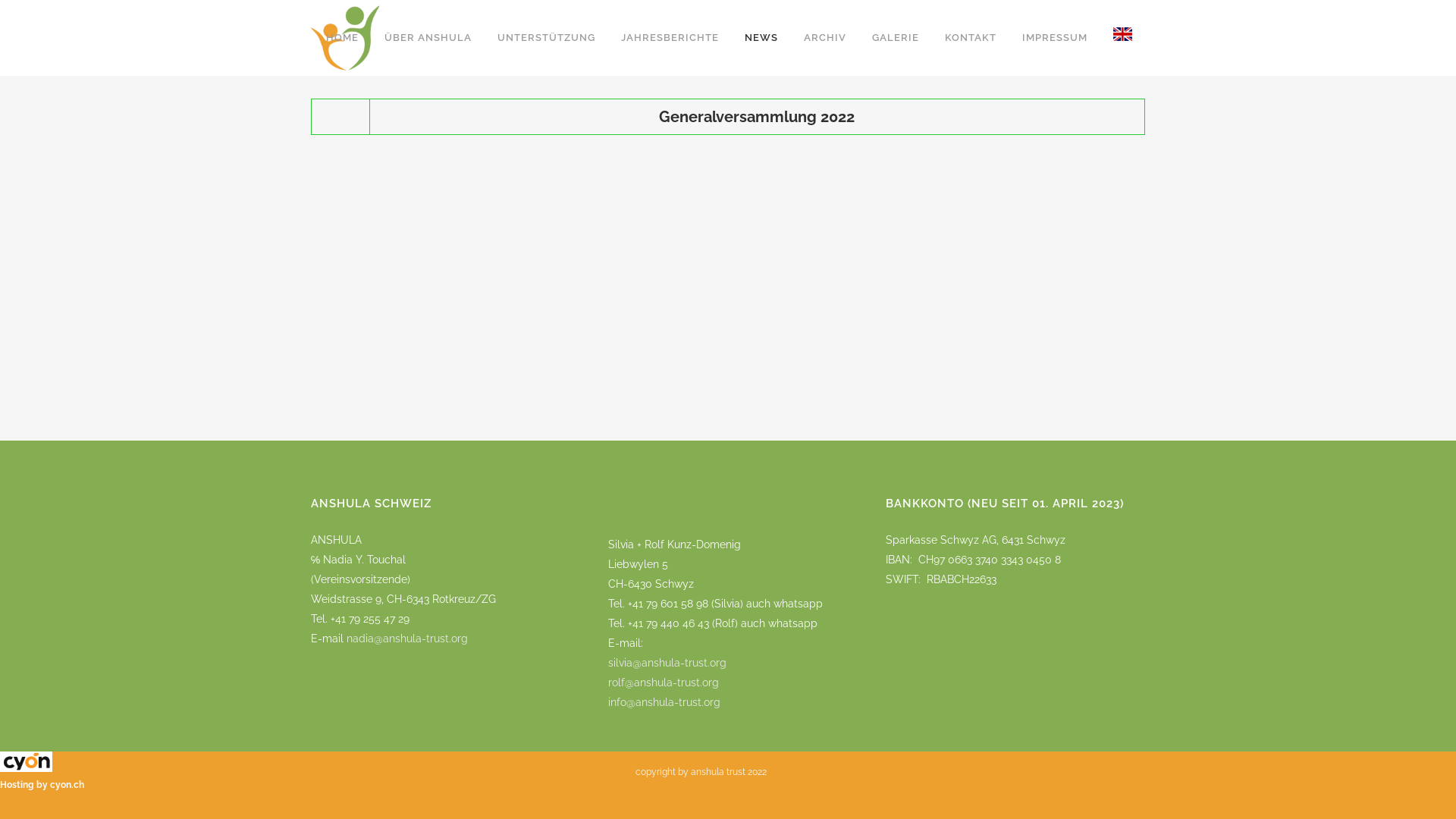 The height and width of the screenshot is (819, 1456). Describe the element at coordinates (607, 681) in the screenshot. I see `'rolf@anshula-trust.org'` at that location.